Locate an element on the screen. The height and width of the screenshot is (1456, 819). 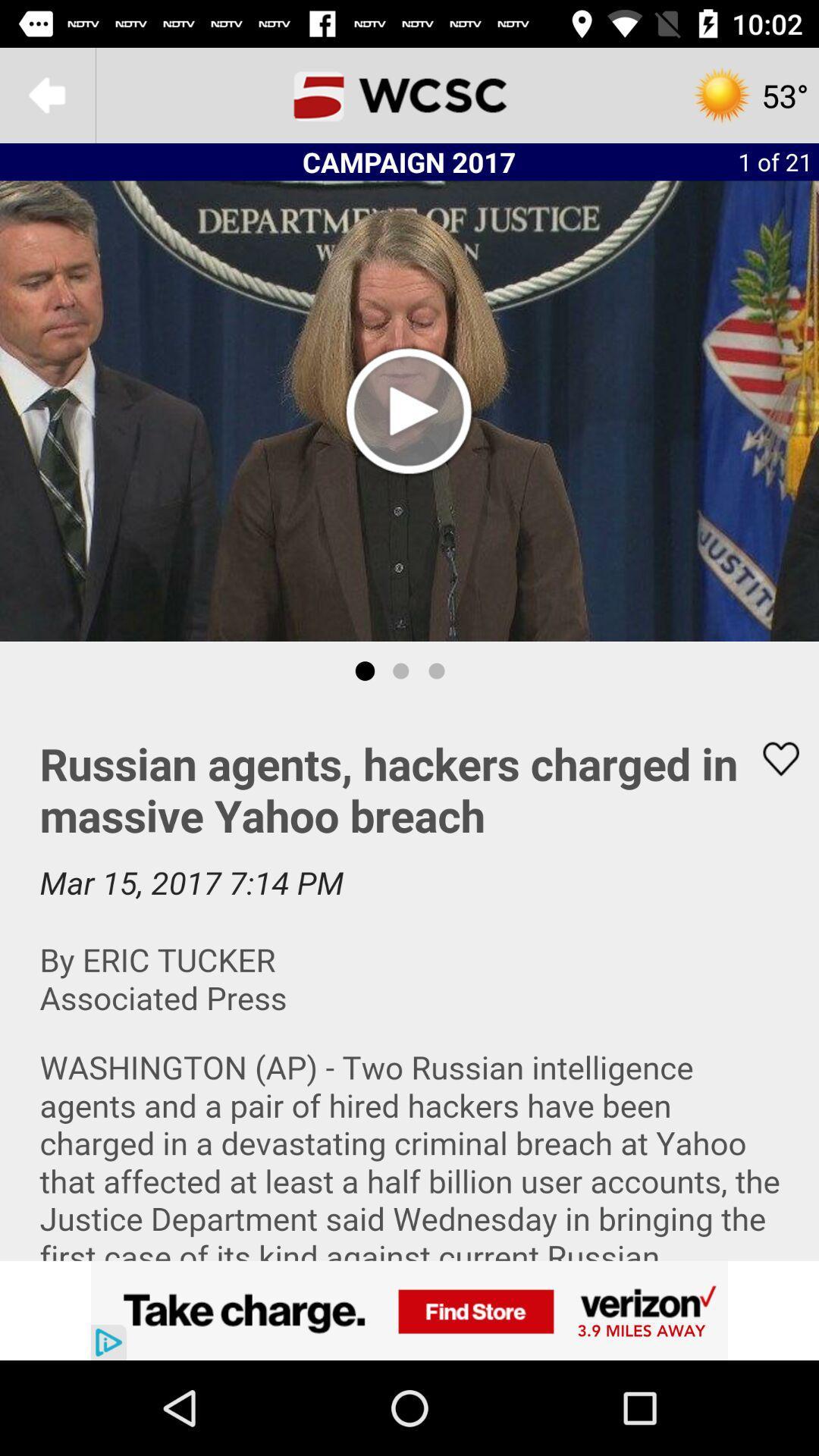
back is located at coordinates (46, 94).